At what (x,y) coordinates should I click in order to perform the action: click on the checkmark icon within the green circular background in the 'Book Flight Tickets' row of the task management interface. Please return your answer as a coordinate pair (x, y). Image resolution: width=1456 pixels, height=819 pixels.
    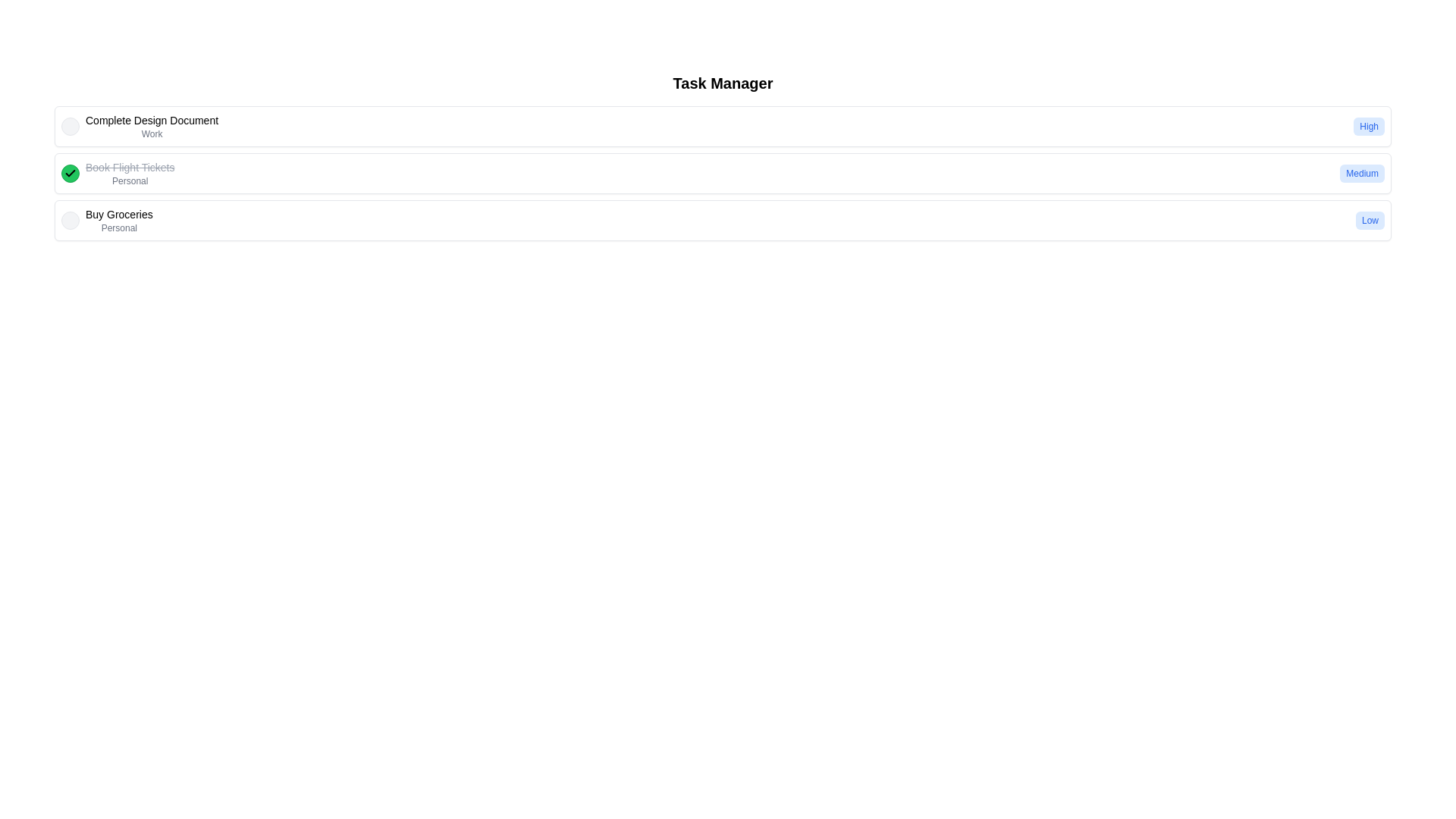
    Looking at the image, I should click on (69, 172).